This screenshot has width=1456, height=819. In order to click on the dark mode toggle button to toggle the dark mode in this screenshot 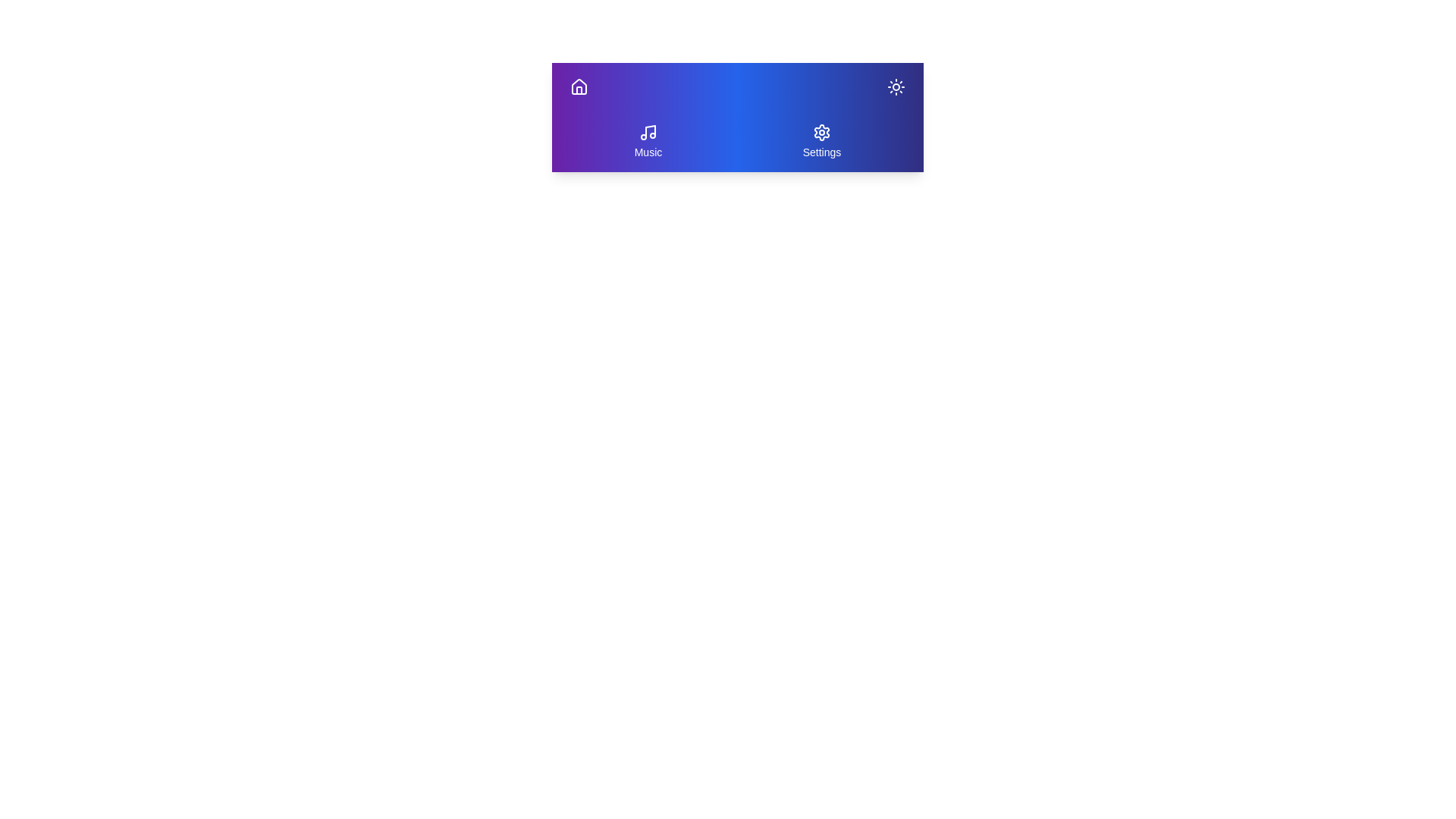, I will do `click(896, 87)`.